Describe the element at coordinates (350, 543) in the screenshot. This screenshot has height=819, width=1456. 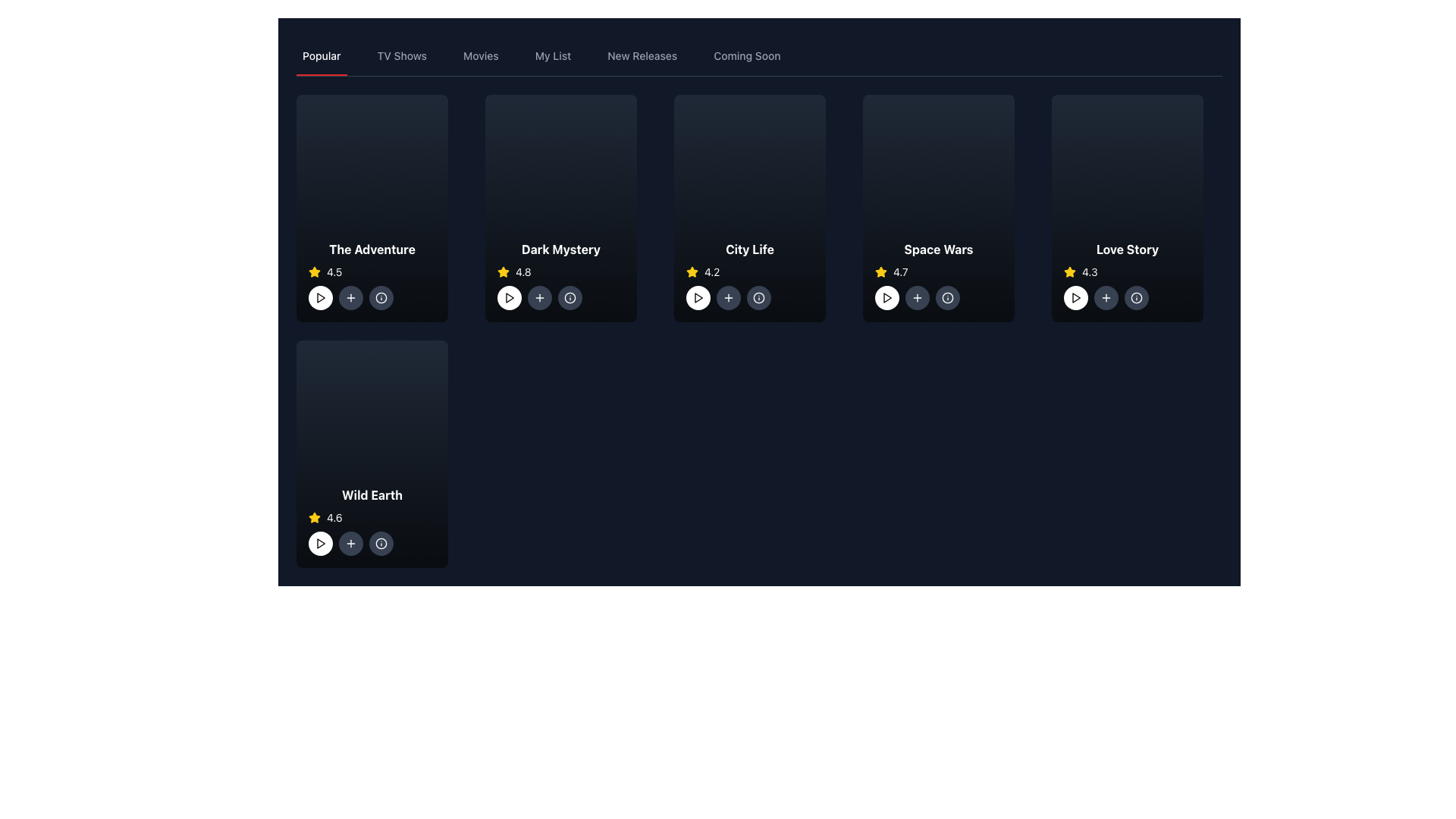
I see `the circular button with a dark gray background and a white plus icon at its center, located beneath the 'Wild Earth' card` at that location.